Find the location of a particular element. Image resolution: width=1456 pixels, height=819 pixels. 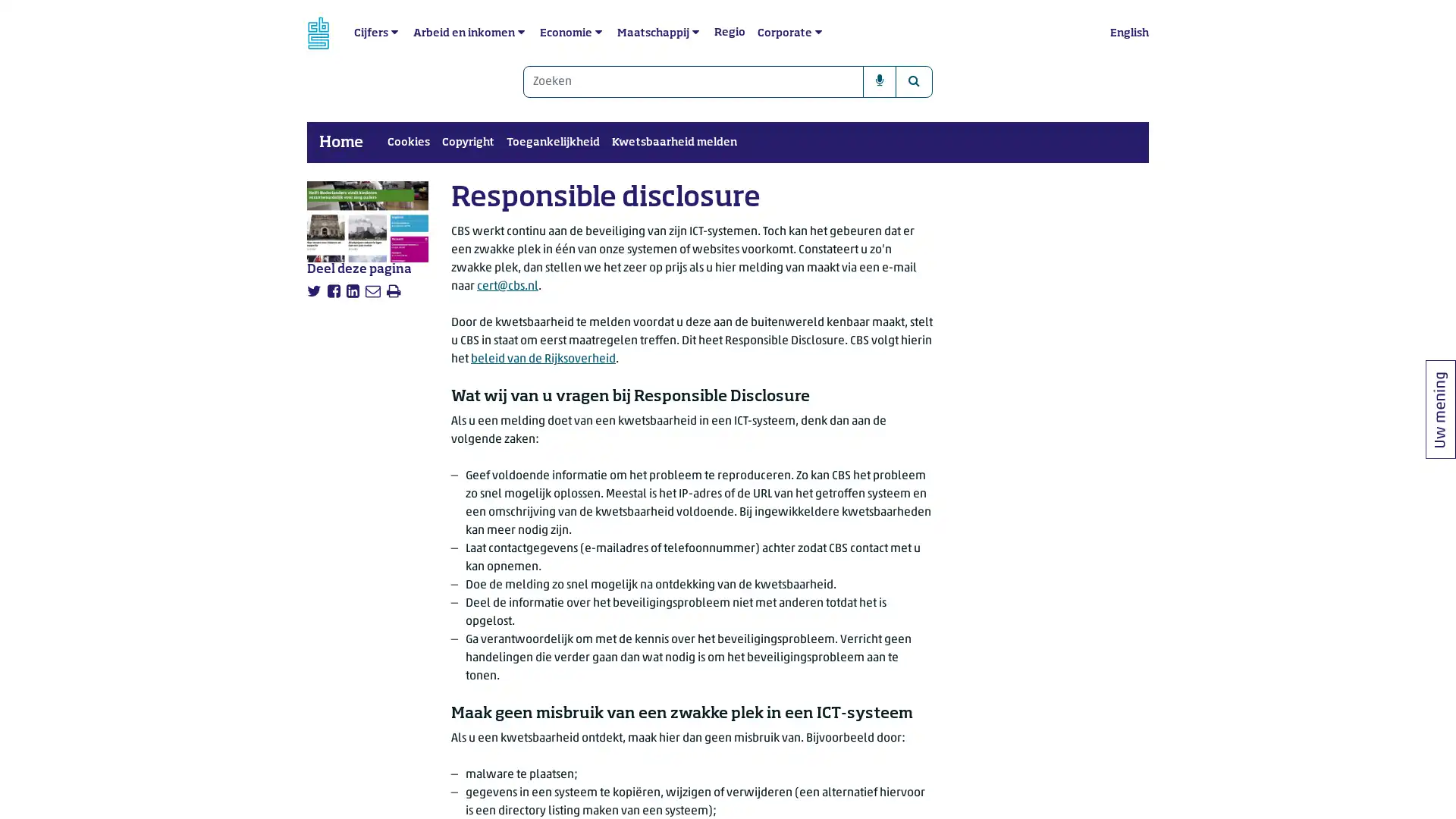

submenu Cijfers is located at coordinates (394, 32).